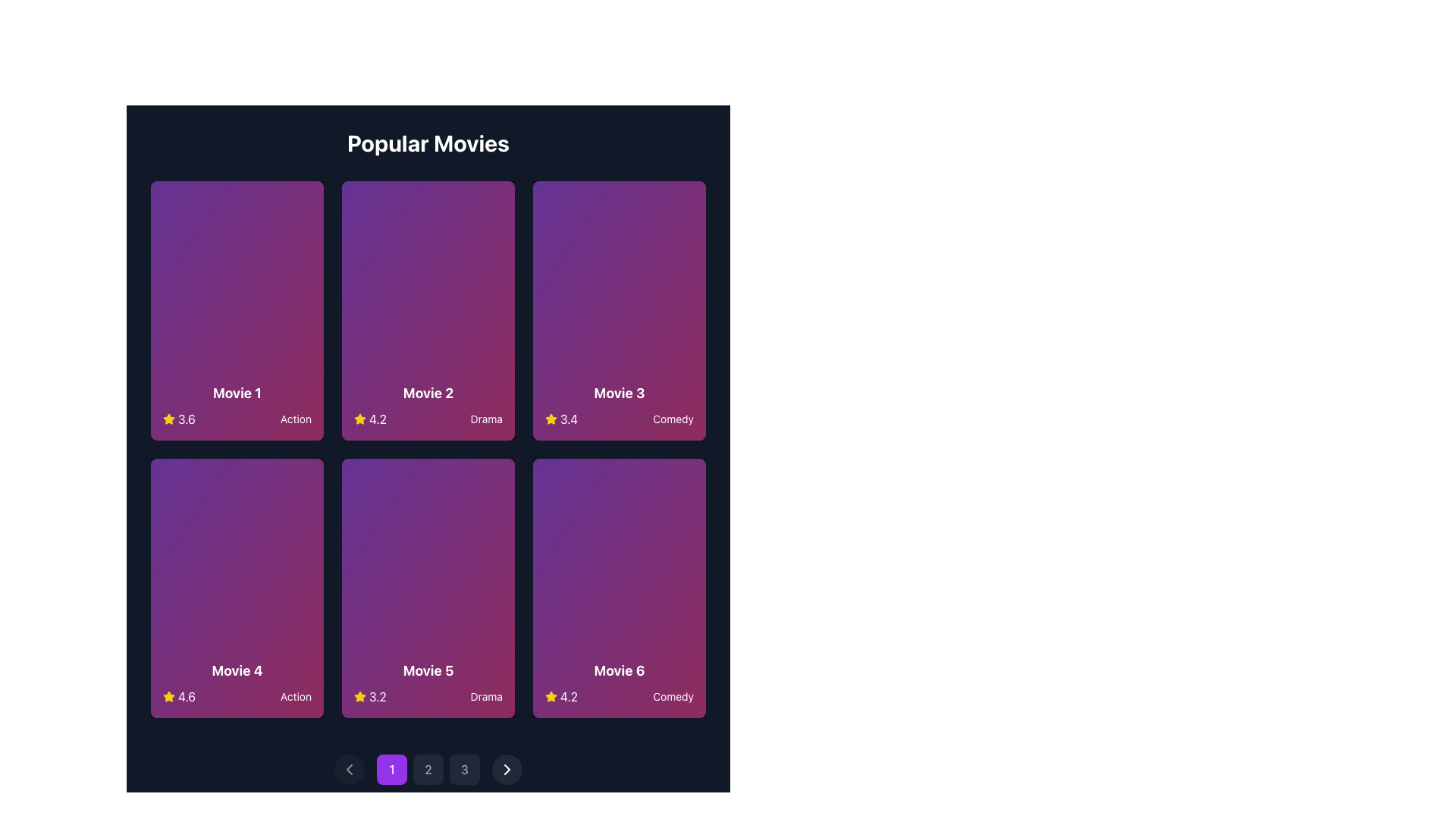  Describe the element at coordinates (673, 419) in the screenshot. I see `the text label displaying 'Comedy', styled in white font, located in the top-right card of the grid layout, below 'Movie 3', to the right of the rating value and star icon` at that location.